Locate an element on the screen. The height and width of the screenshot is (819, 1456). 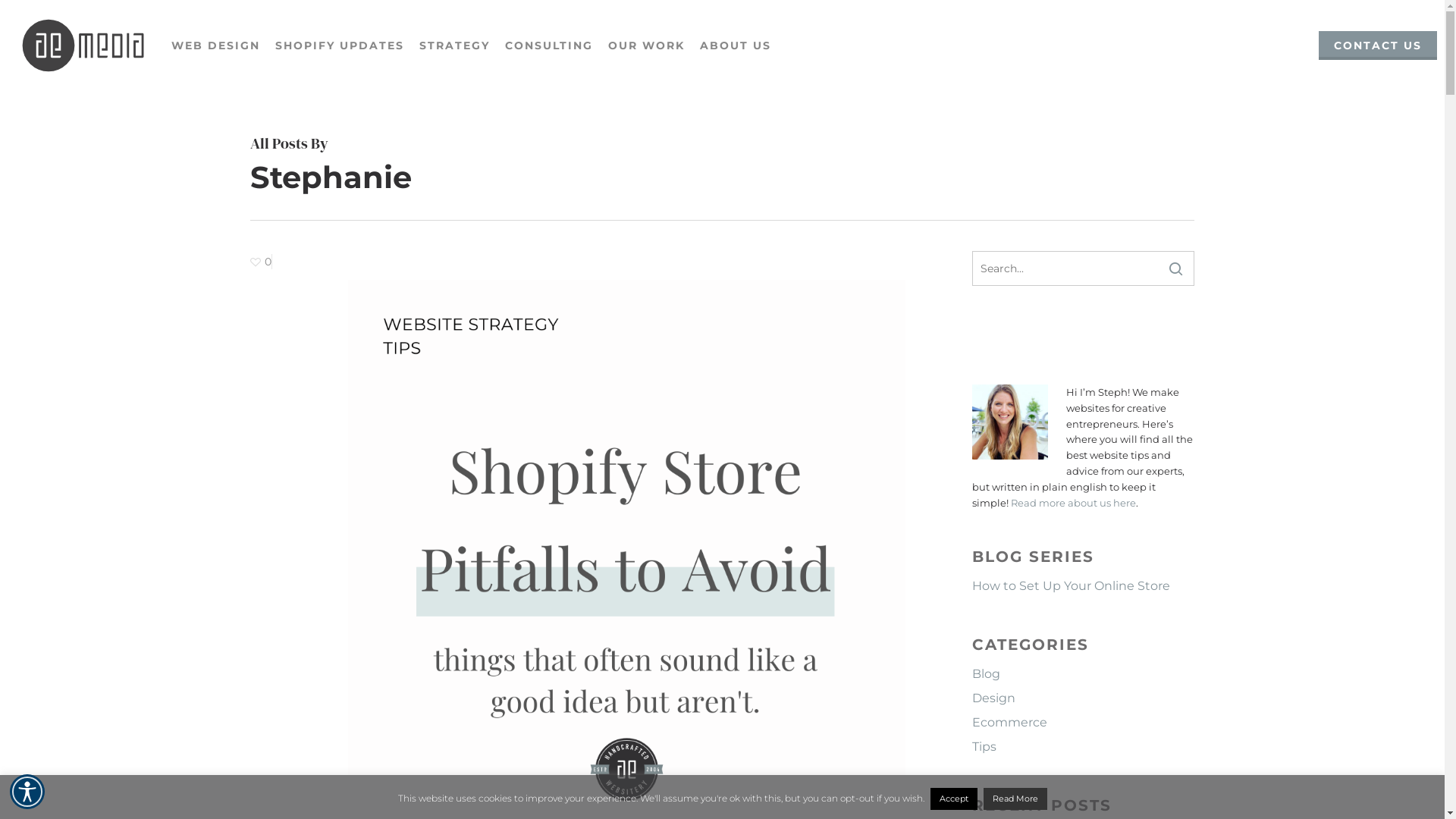
'ABOUT US' is located at coordinates (735, 45).